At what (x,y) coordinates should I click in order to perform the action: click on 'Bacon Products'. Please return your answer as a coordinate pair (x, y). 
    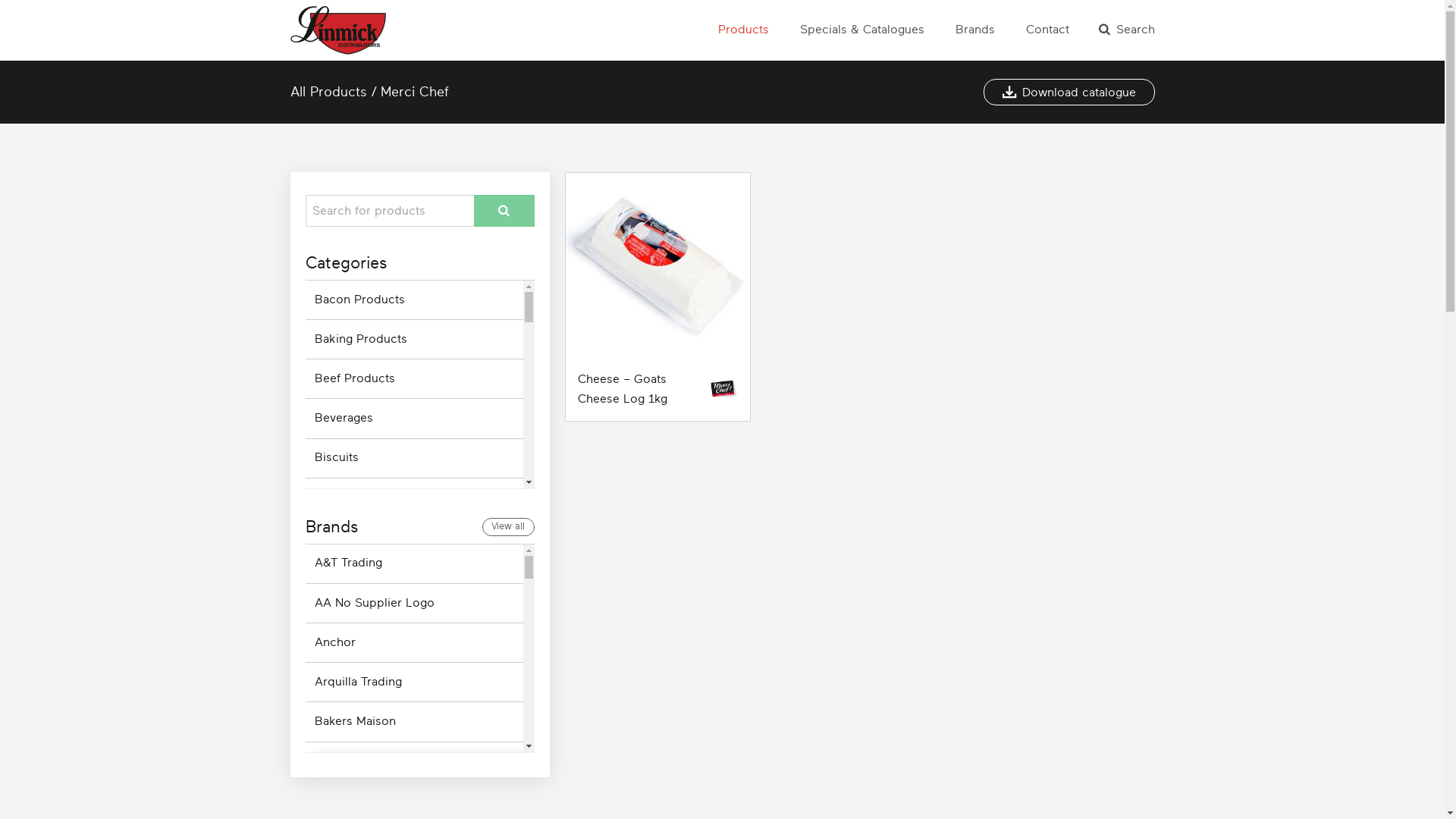
    Looking at the image, I should click on (413, 300).